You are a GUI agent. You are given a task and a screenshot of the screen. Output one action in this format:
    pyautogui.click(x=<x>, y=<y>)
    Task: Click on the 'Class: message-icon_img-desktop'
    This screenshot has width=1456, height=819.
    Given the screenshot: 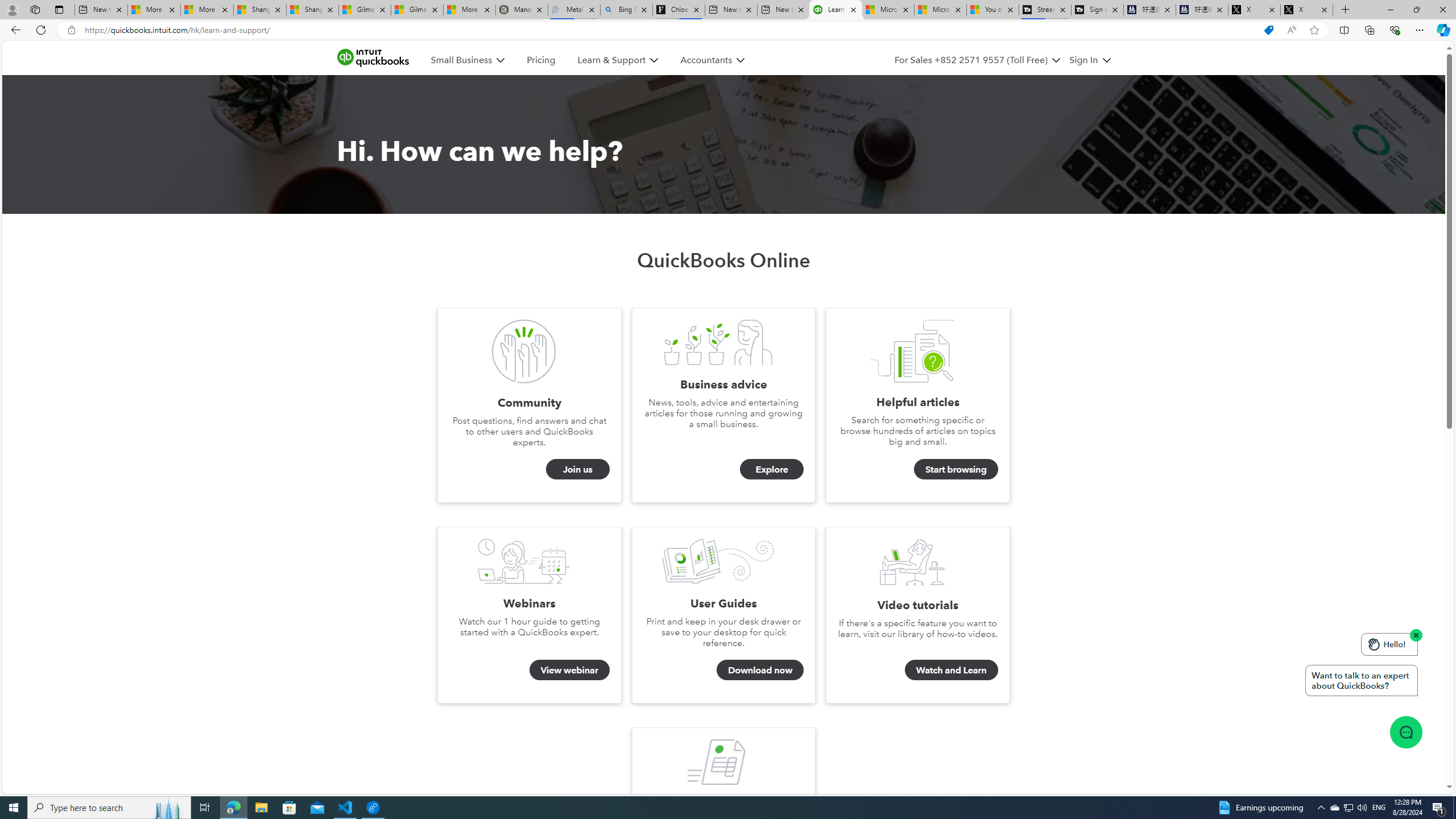 What is the action you would take?
    pyautogui.click(x=1405, y=731)
    